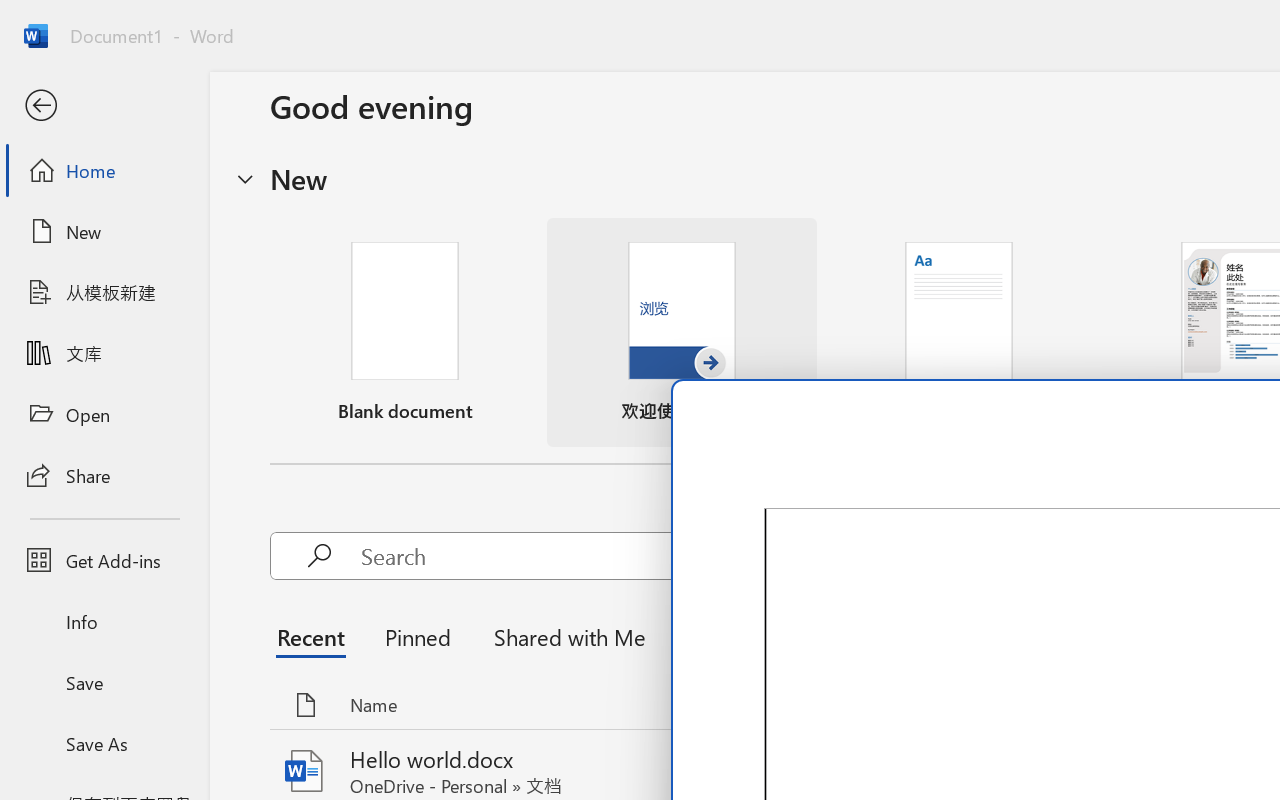 This screenshot has width=1280, height=800. What do you see at coordinates (315, 635) in the screenshot?
I see `'Recent'` at bounding box center [315, 635].